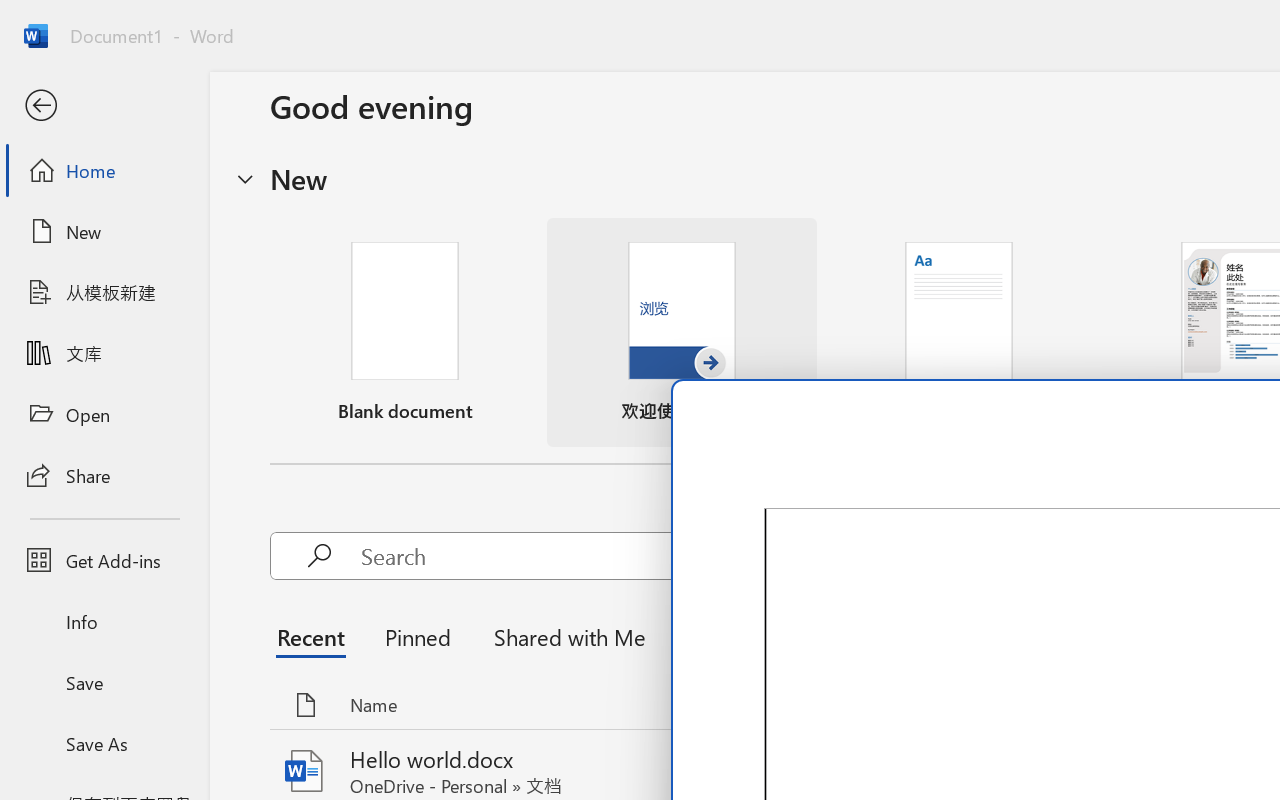 This screenshot has width=1280, height=800. What do you see at coordinates (315, 635) in the screenshot?
I see `'Recent'` at bounding box center [315, 635].